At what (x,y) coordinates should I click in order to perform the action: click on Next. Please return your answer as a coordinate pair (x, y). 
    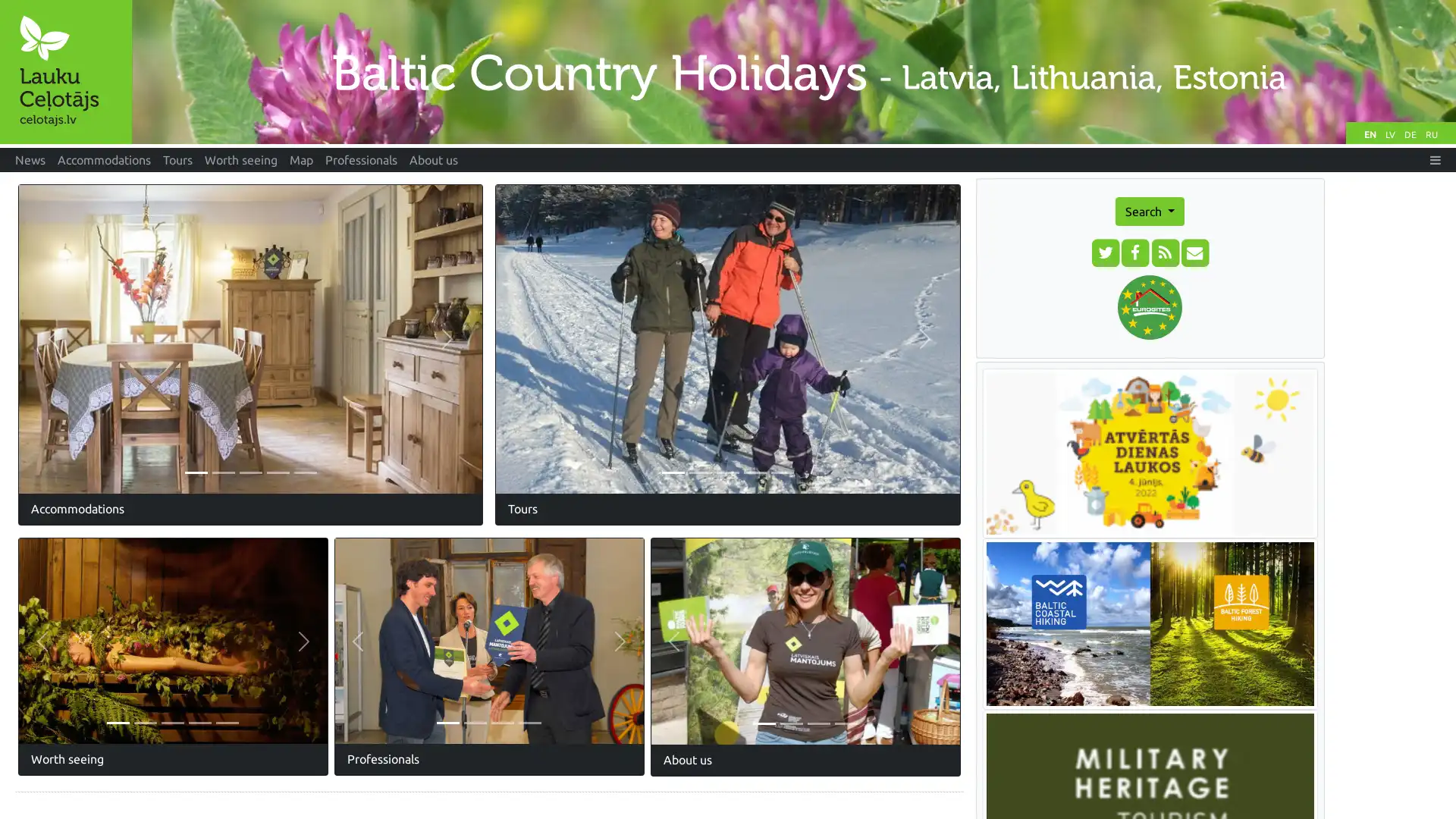
    Looking at the image, I should click on (620, 641).